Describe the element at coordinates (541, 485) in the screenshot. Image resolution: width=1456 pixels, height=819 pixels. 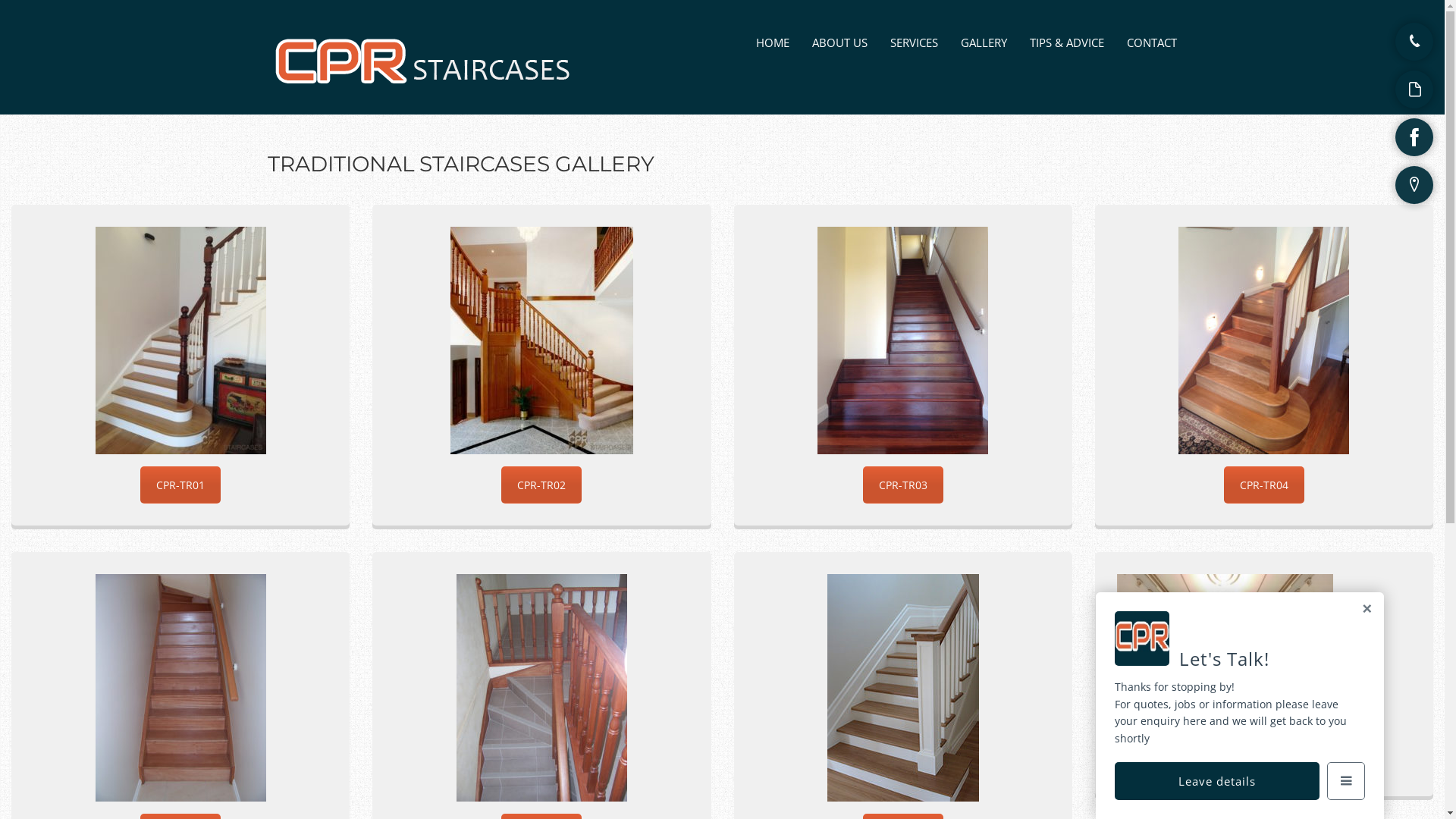
I see `'CPR-TR02'` at that location.